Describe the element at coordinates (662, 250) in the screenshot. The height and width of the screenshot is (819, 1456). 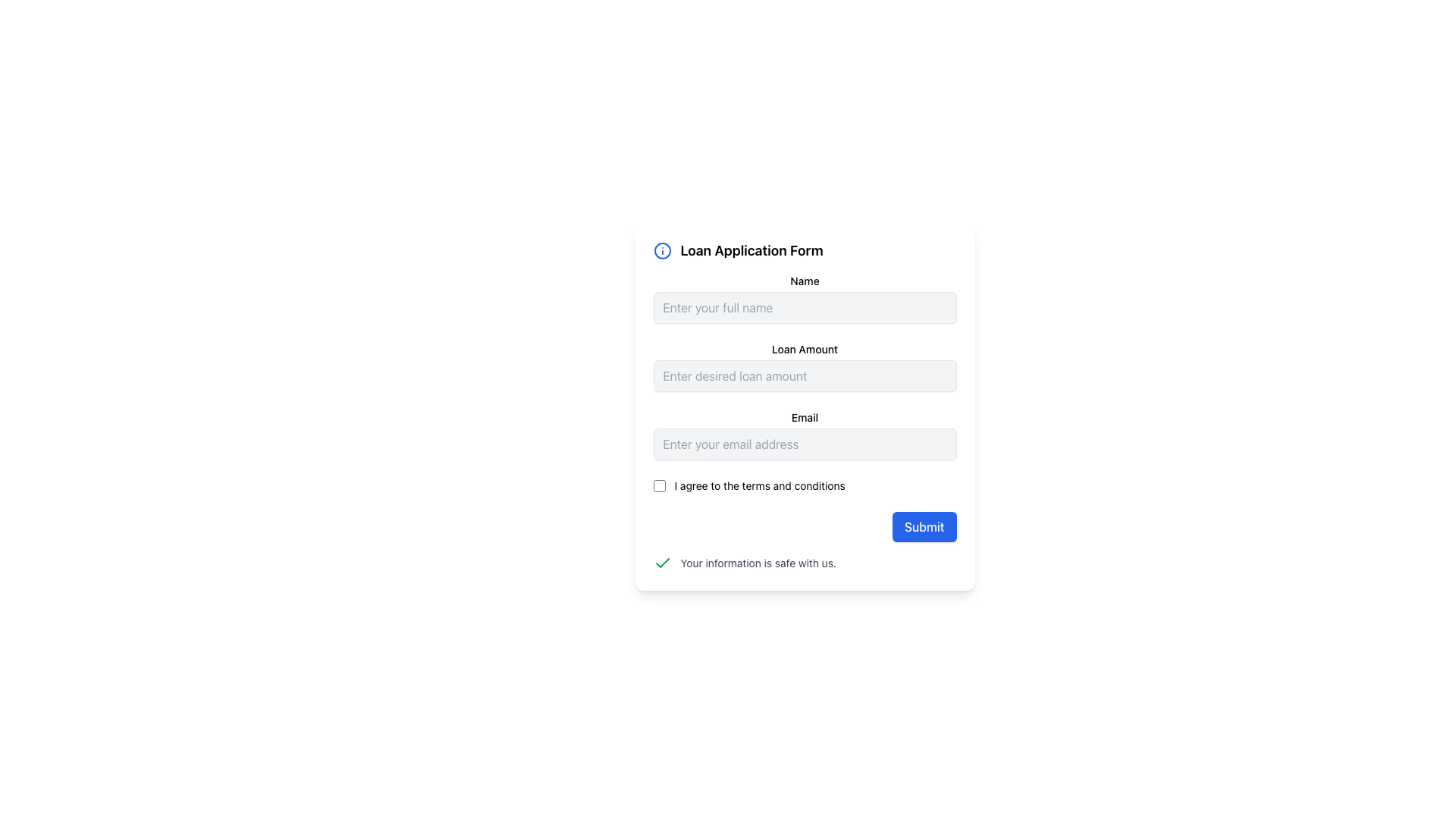
I see `the outermost circular shape of the information icon located to the immediate left of the header text 'Loan Application Form'` at that location.